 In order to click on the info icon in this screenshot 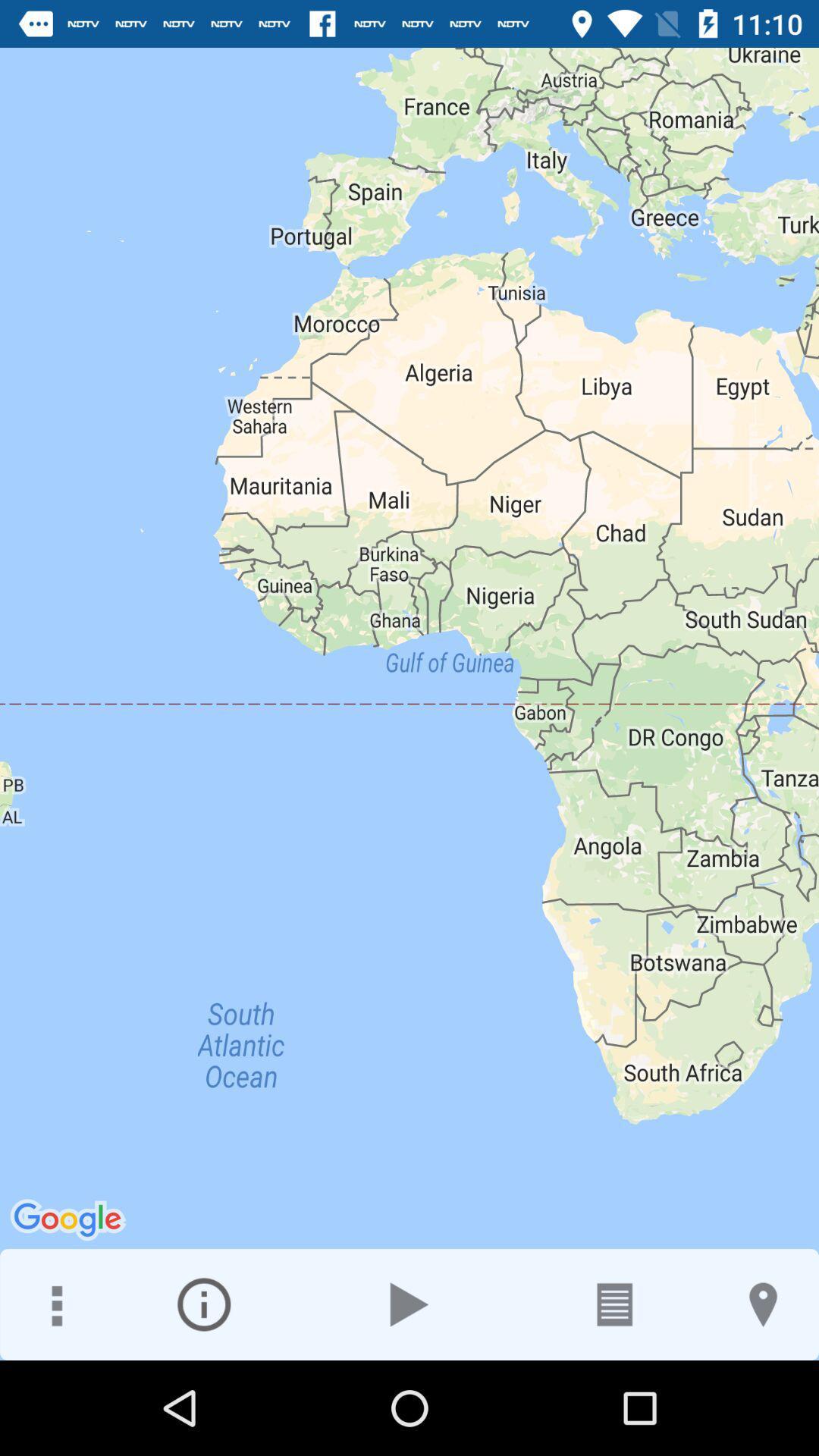, I will do `click(203, 1304)`.